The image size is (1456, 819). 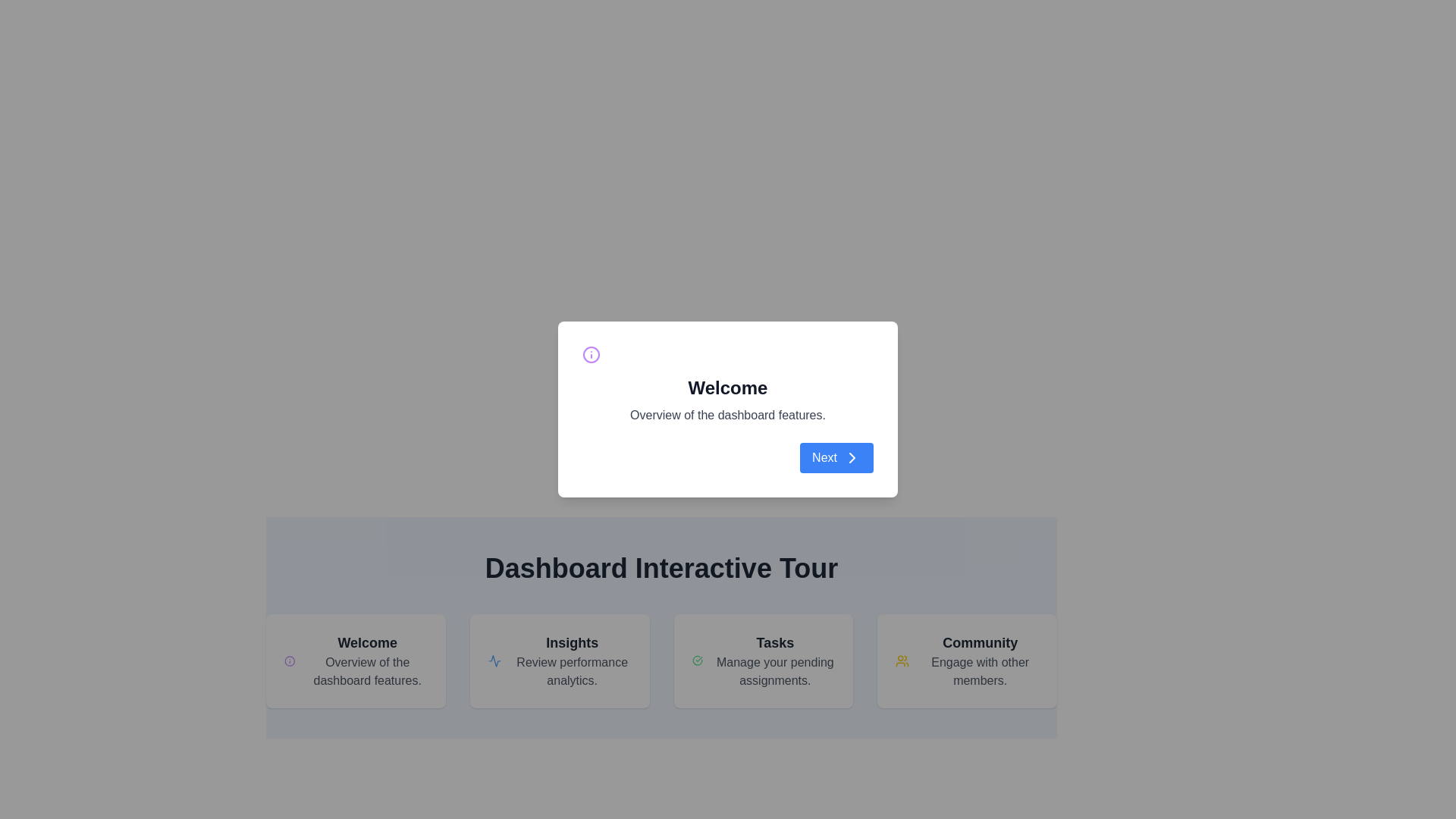 I want to click on the rightward pointing chevron arrow icon located inside the 'Next' button, positioned towards the bottom-right of the dialog box, so click(x=852, y=457).